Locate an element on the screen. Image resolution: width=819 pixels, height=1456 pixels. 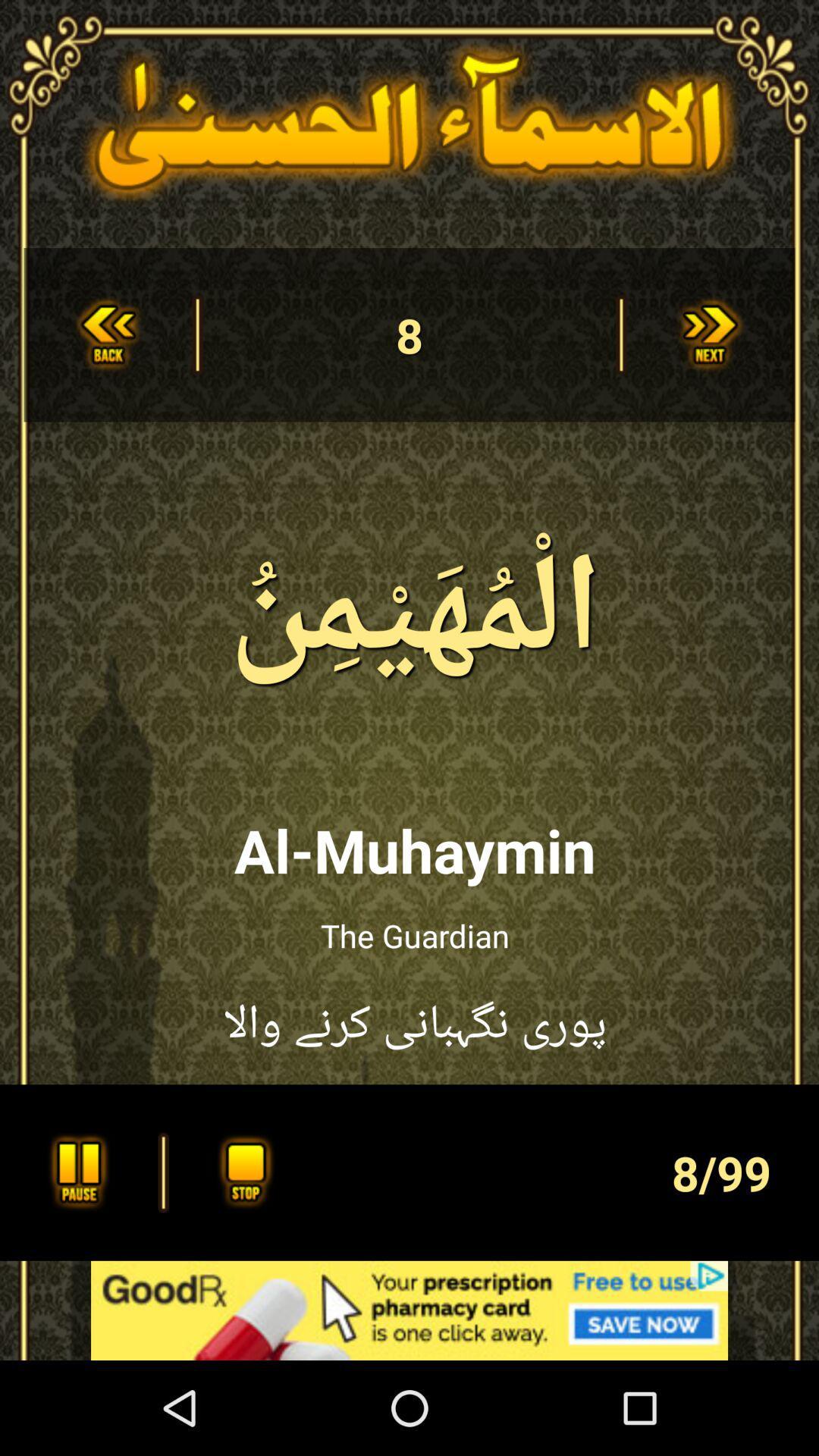
the pause icon is located at coordinates (77, 1255).